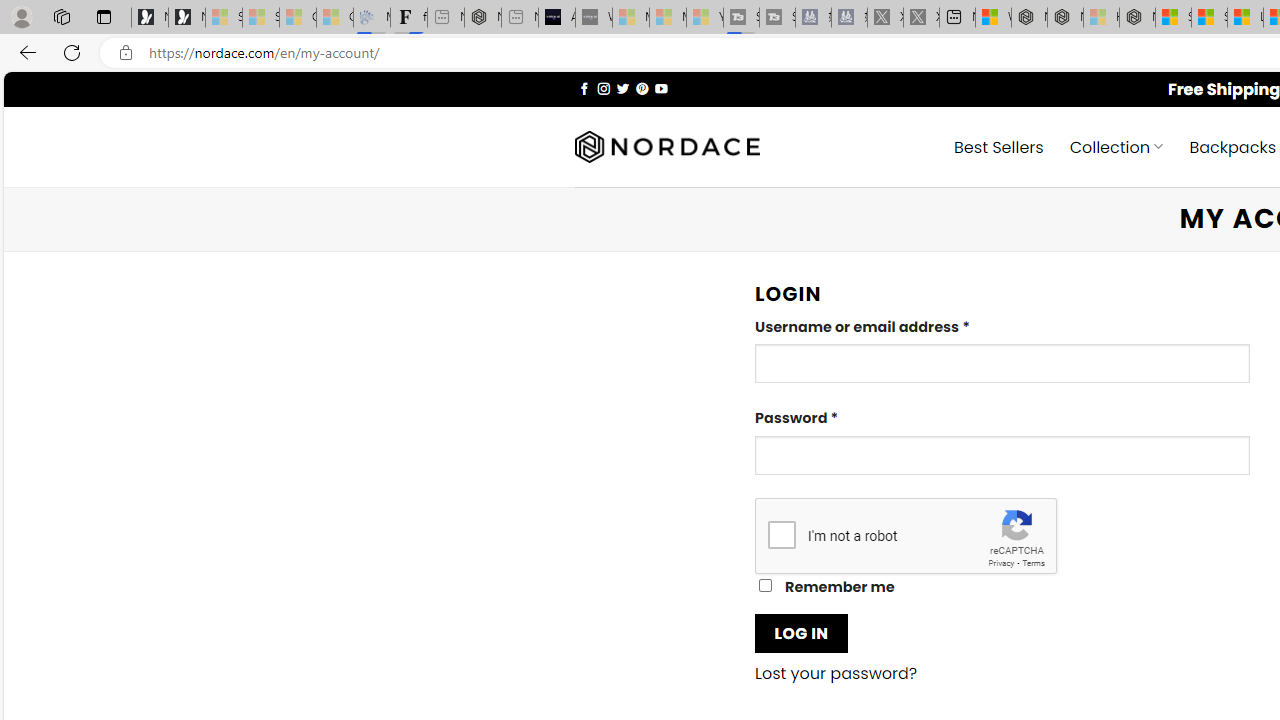 Image resolution: width=1280 pixels, height=720 pixels. I want to click on 'Follow on Twitter', so click(621, 87).